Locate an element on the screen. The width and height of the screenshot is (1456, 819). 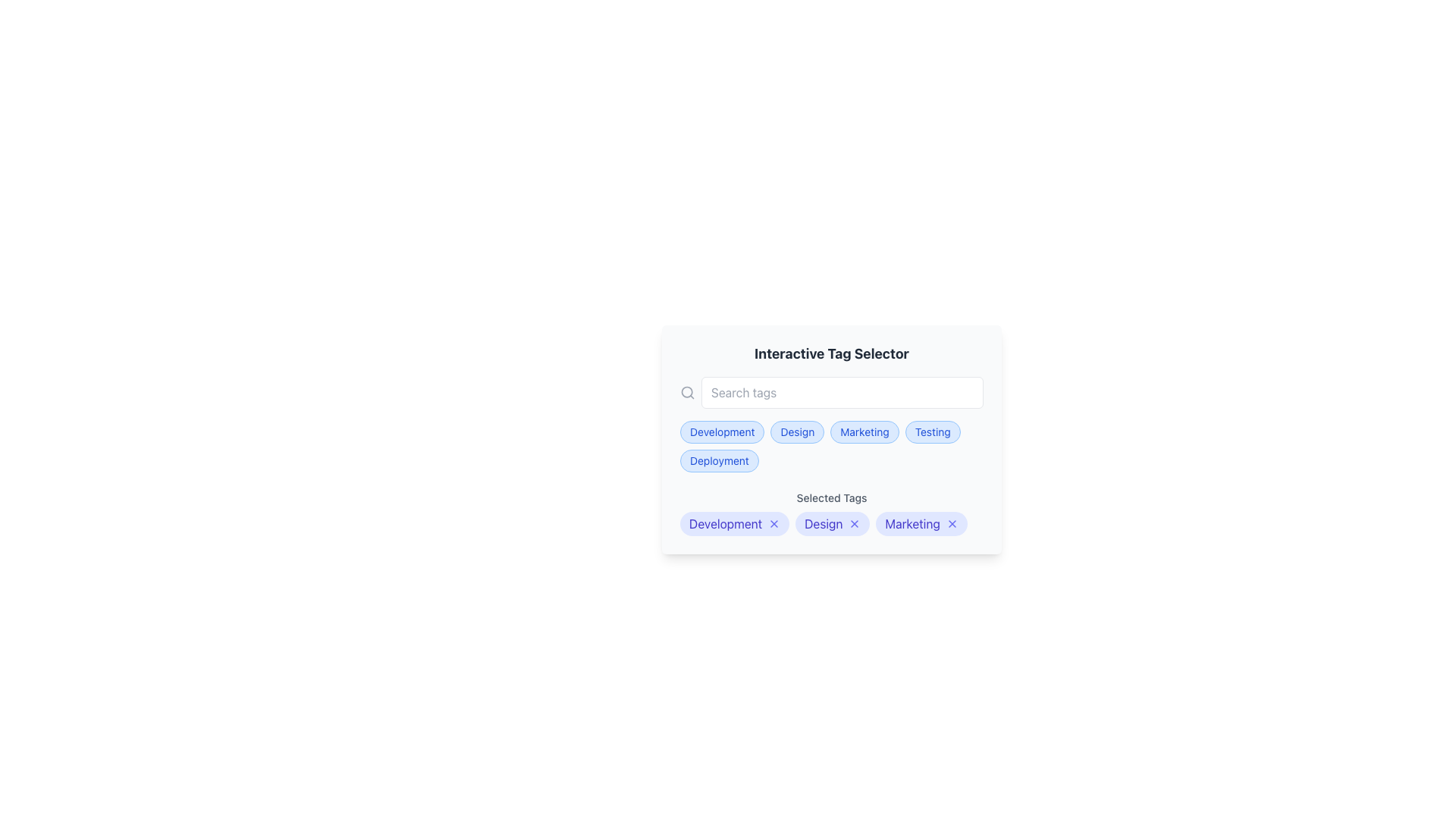
the 'Selected Tags' text label, which is a small-sized, muted gray text label positioned above the selected tag items is located at coordinates (831, 497).